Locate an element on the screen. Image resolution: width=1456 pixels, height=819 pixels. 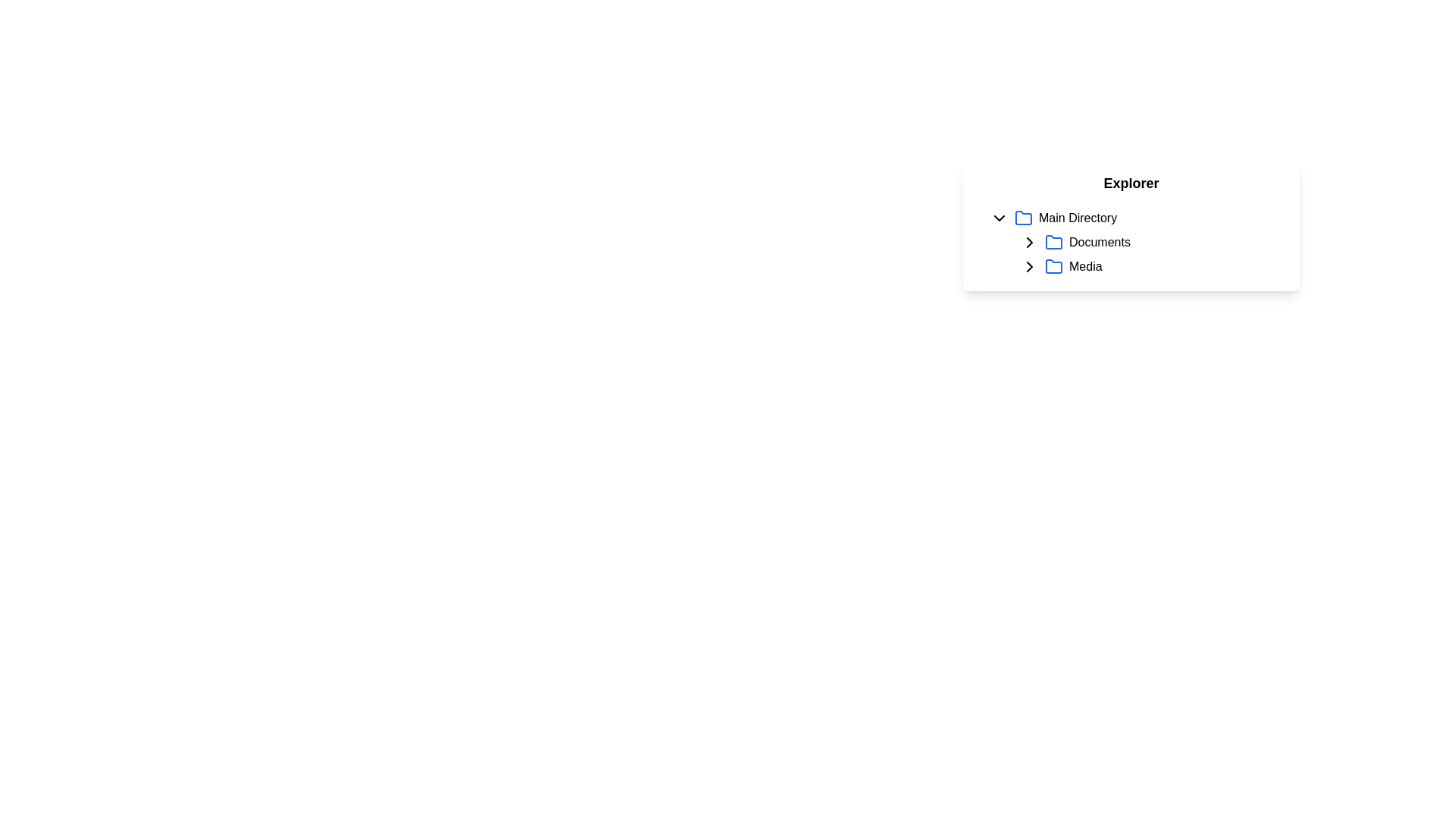
the small right-pointing arrow icon that serves as the expand/collapse indicator for the 'Documents' entry in the Explorer section is located at coordinates (1030, 242).